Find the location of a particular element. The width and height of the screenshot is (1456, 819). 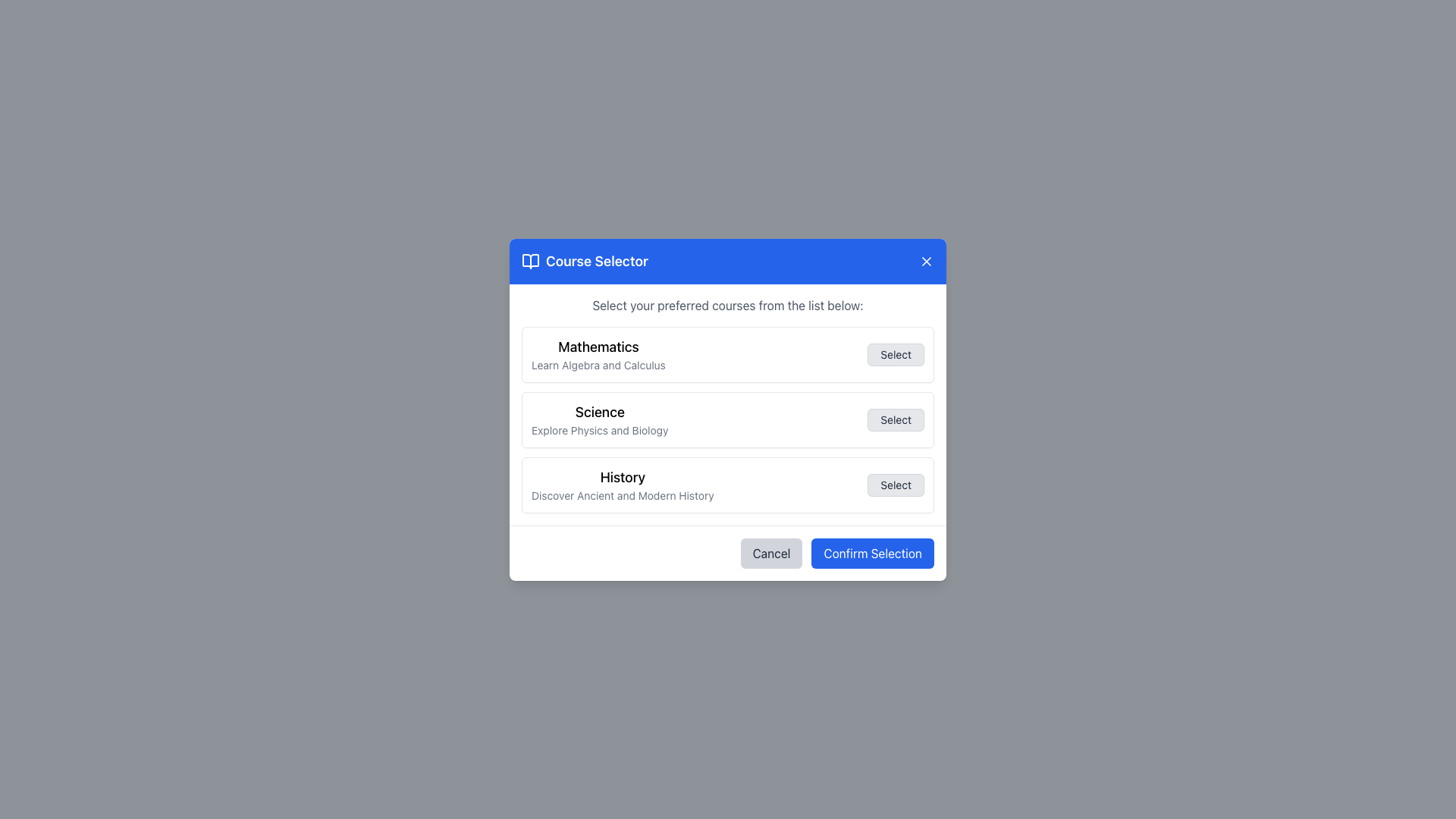

the 'History' text label, which is styled in medium bold font and located above smaller gray italicized text within a selectable option card in a modal dialog is located at coordinates (623, 476).